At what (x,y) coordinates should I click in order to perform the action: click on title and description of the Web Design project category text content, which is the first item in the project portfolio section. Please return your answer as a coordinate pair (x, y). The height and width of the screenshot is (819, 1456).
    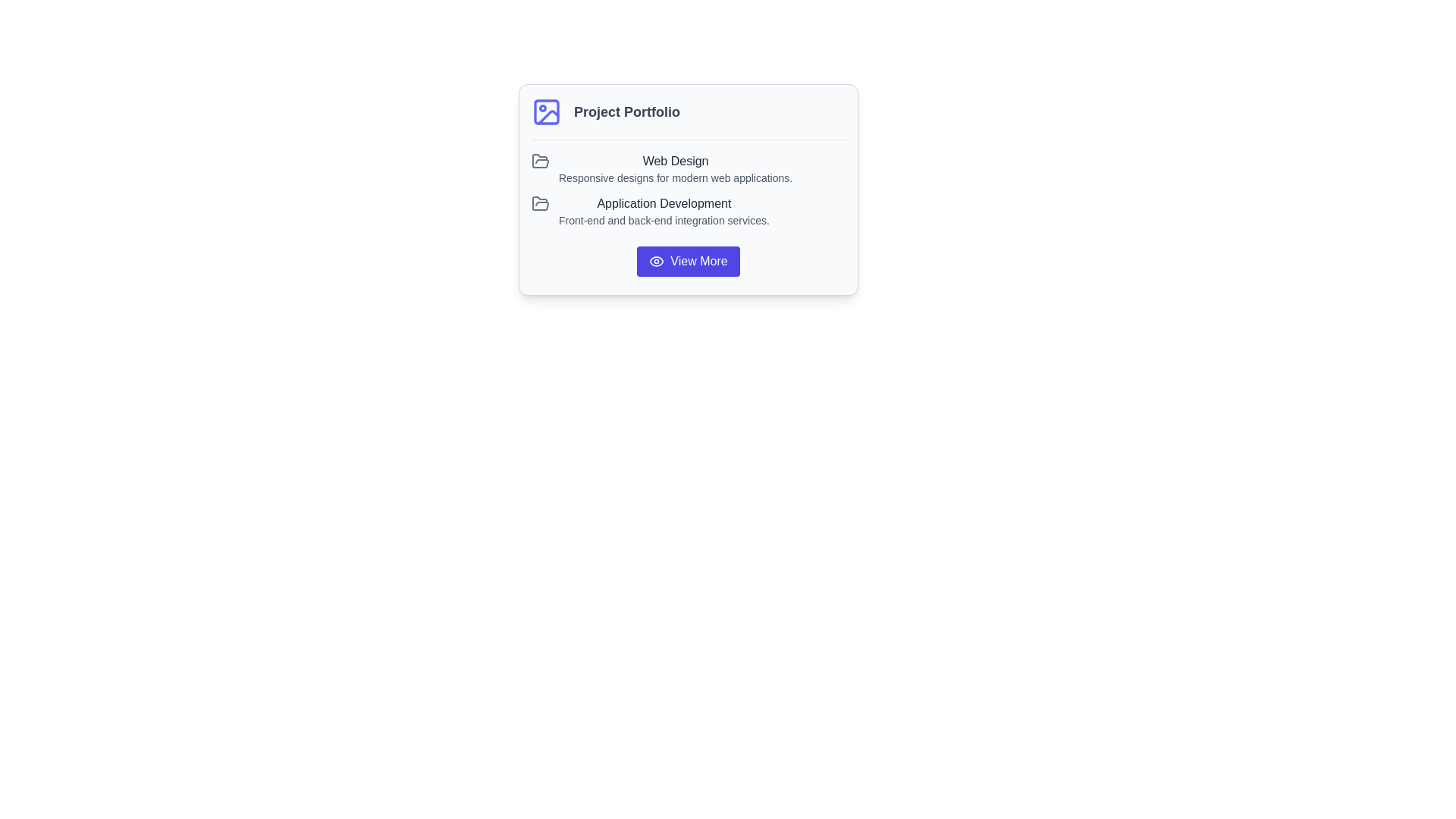
    Looking at the image, I should click on (675, 169).